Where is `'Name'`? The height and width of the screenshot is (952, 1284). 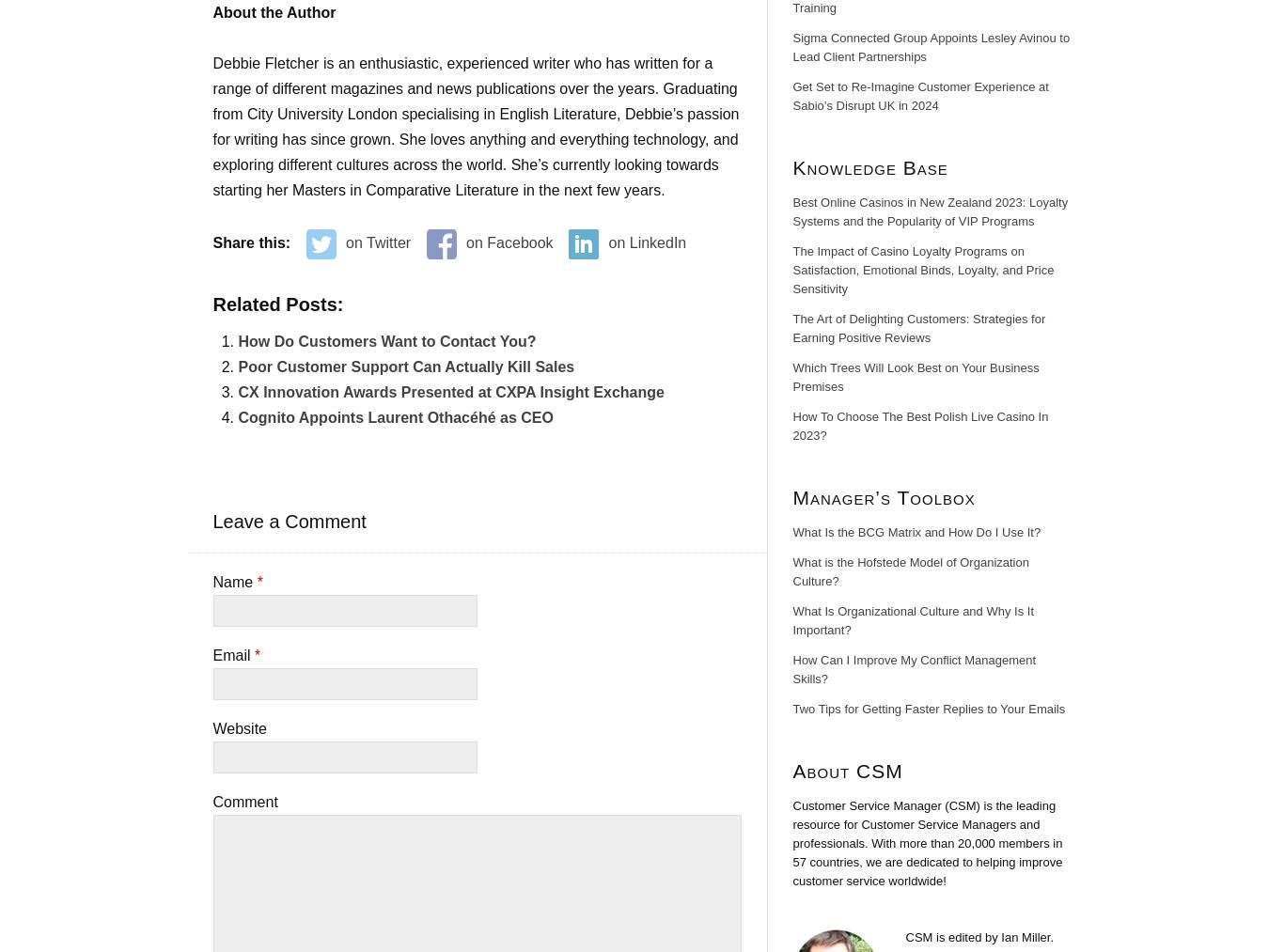 'Name' is located at coordinates (211, 581).